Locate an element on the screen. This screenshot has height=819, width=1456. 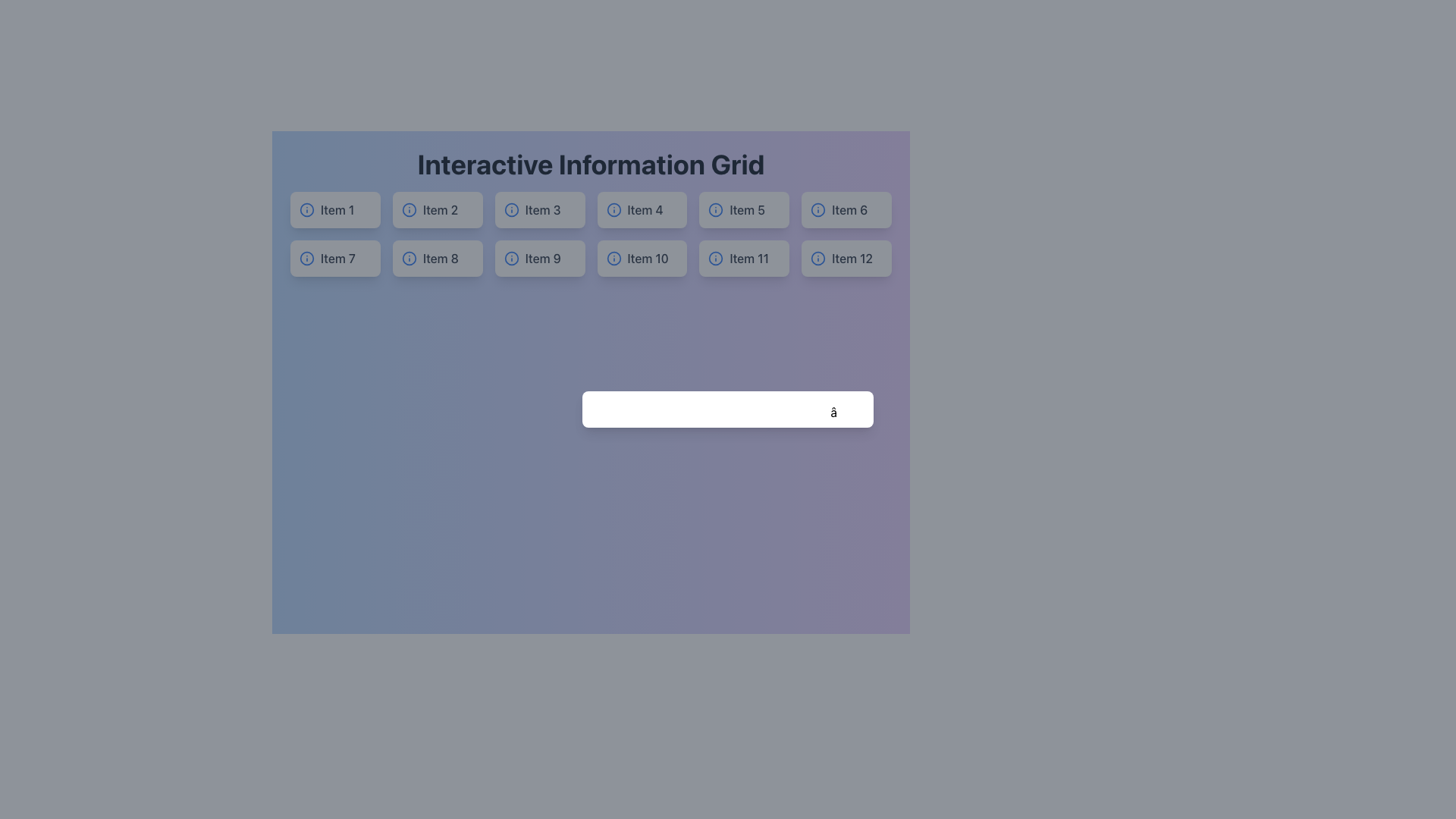
the blue information icon represented as a circle with a vertical line and dot, located to the left of the text 'Item 6' in the upper right segment of the grid layout is located at coordinates (817, 210).